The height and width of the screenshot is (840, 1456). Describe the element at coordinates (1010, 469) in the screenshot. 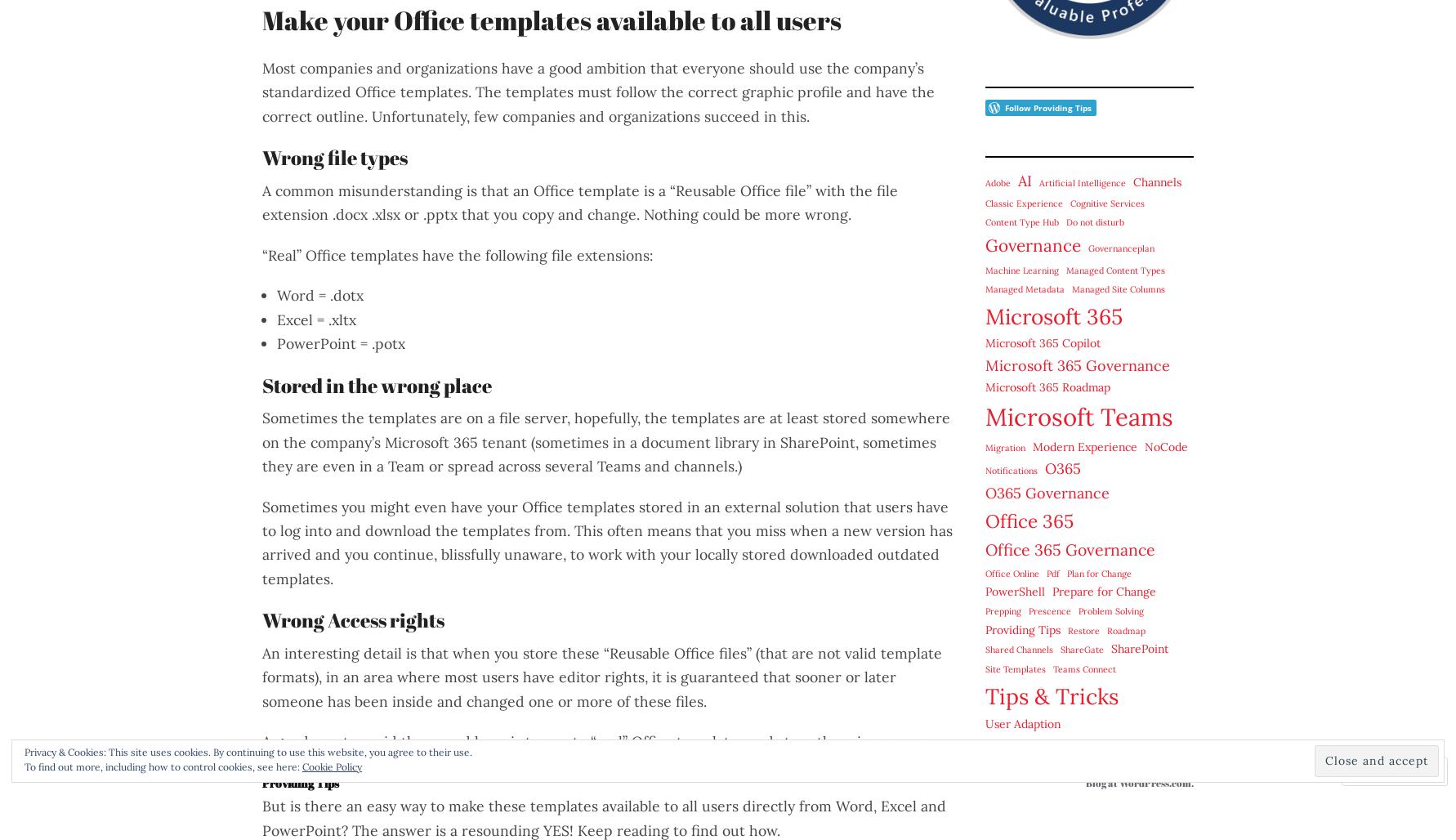

I see `'Notifications'` at that location.